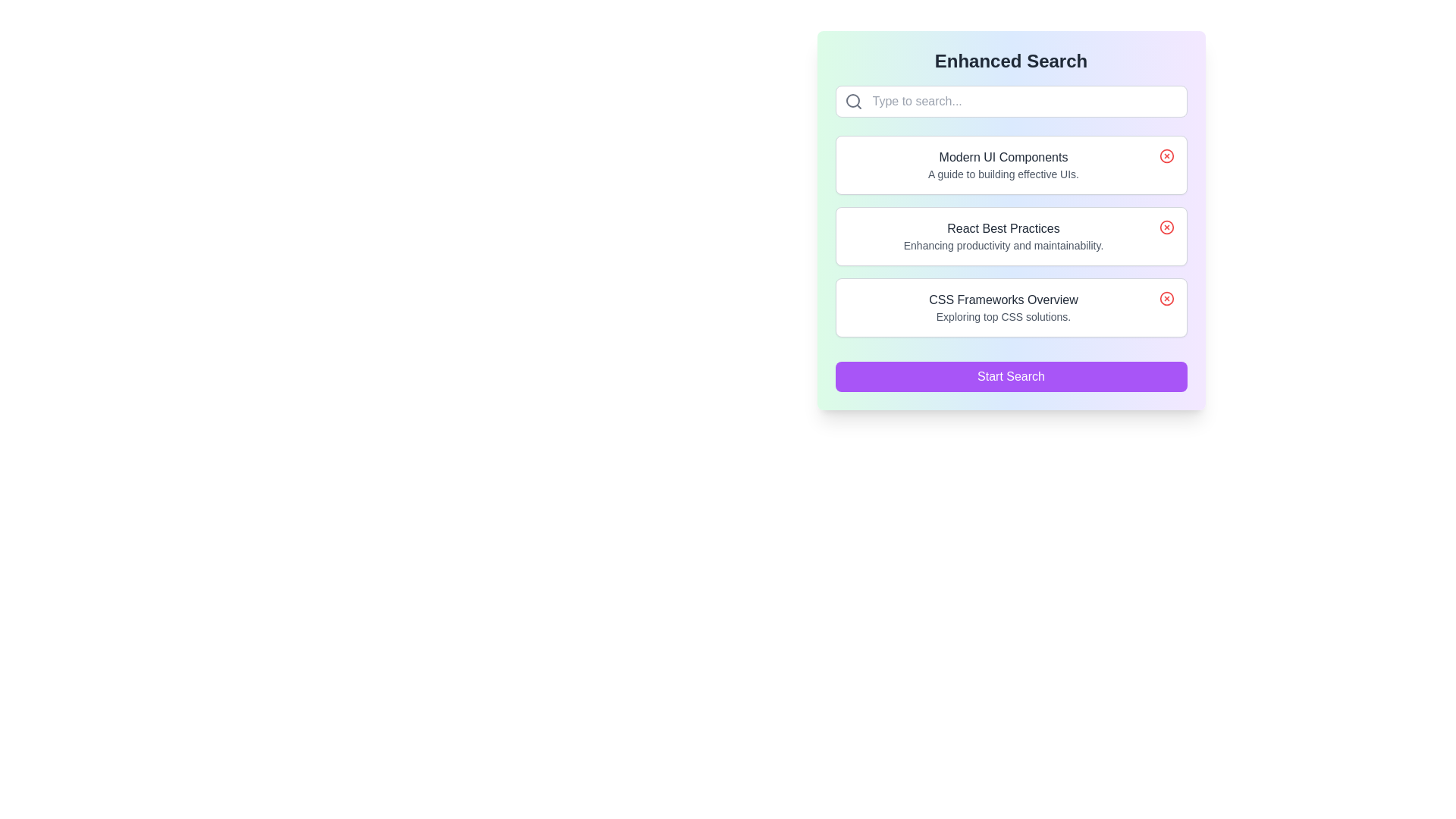  What do you see at coordinates (1011, 376) in the screenshot?
I see `the 'Start Search' button, which is a rectangular button with rounded corners, vibrant purple background, and white text located below the 'CSS Frameworks Overview' section` at bounding box center [1011, 376].